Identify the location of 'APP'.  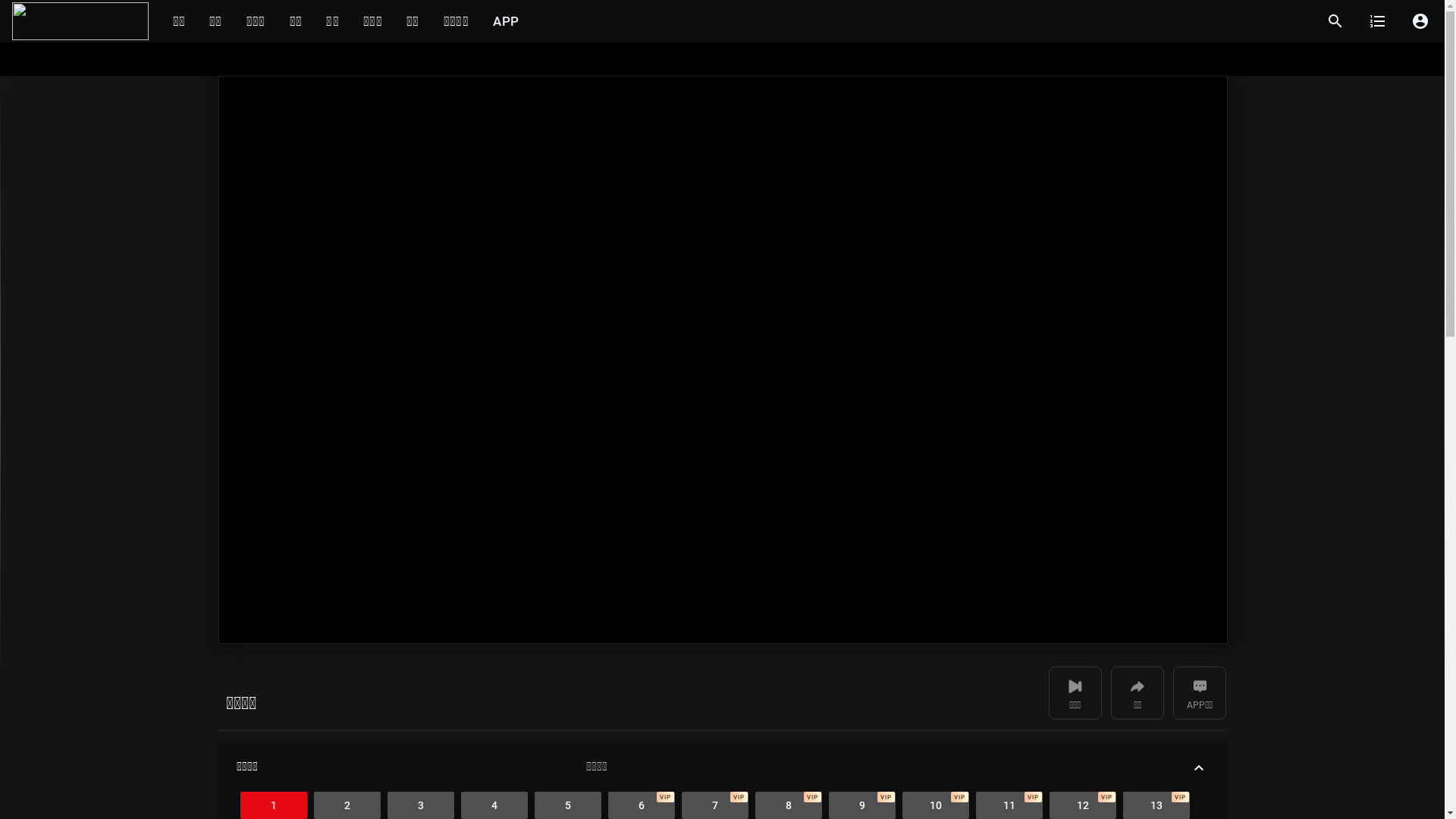
(506, 20).